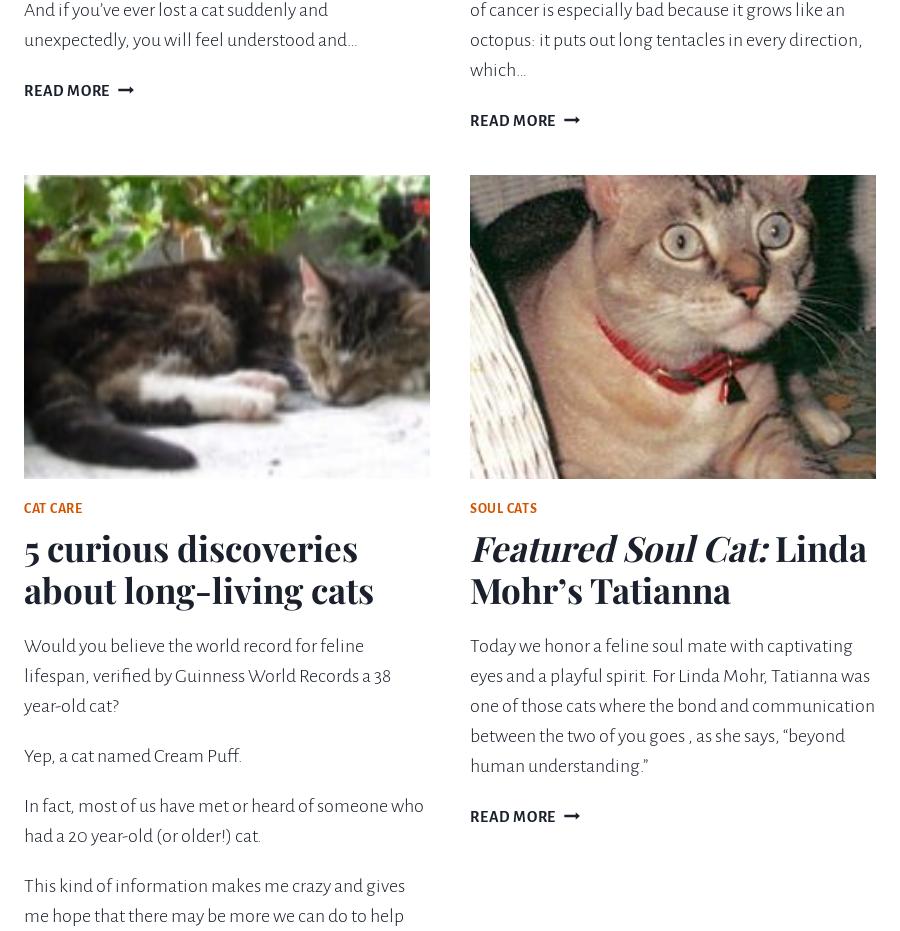  Describe the element at coordinates (23, 508) in the screenshot. I see `'Cat Care'` at that location.